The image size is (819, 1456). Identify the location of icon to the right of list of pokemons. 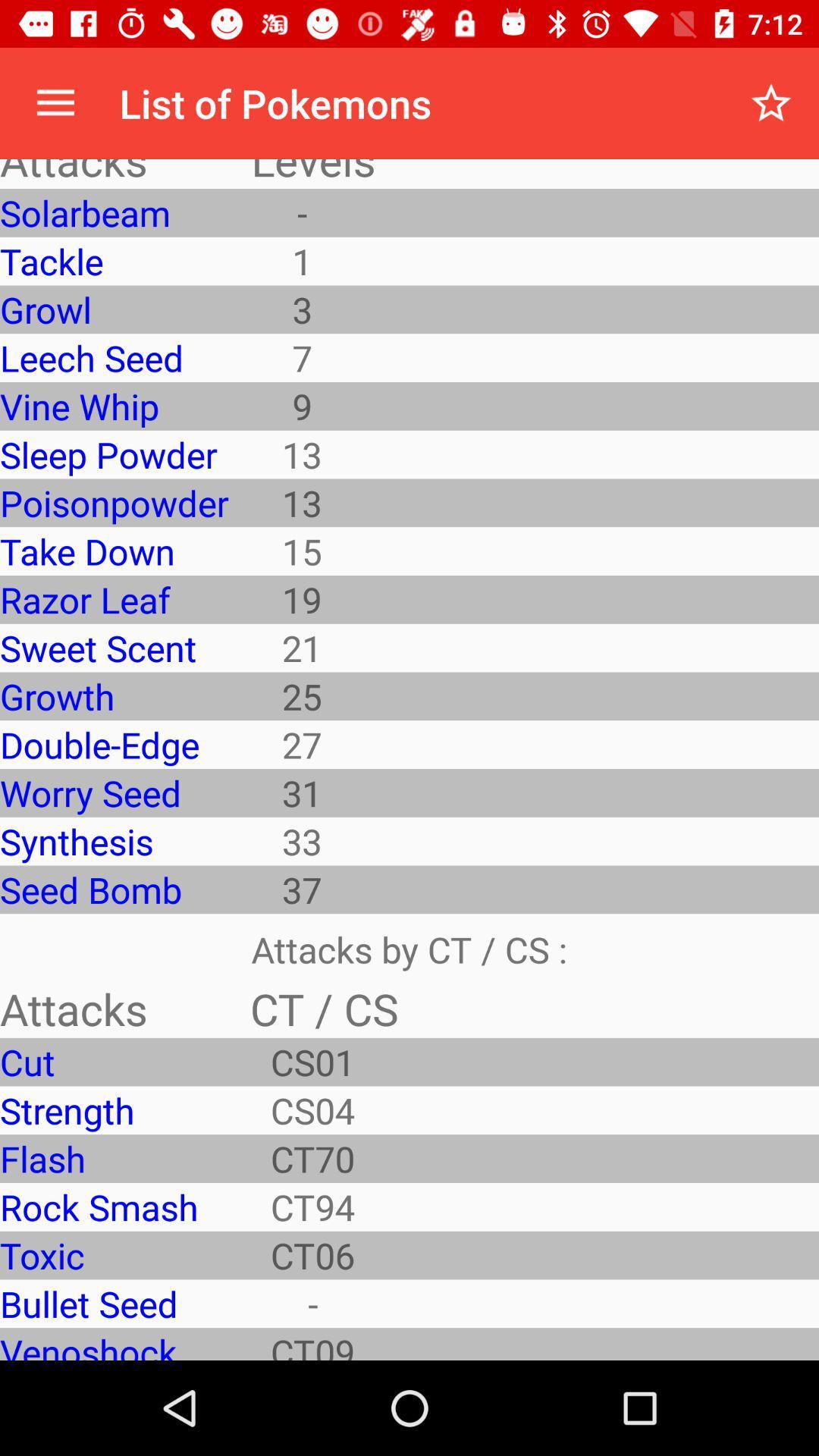
(771, 102).